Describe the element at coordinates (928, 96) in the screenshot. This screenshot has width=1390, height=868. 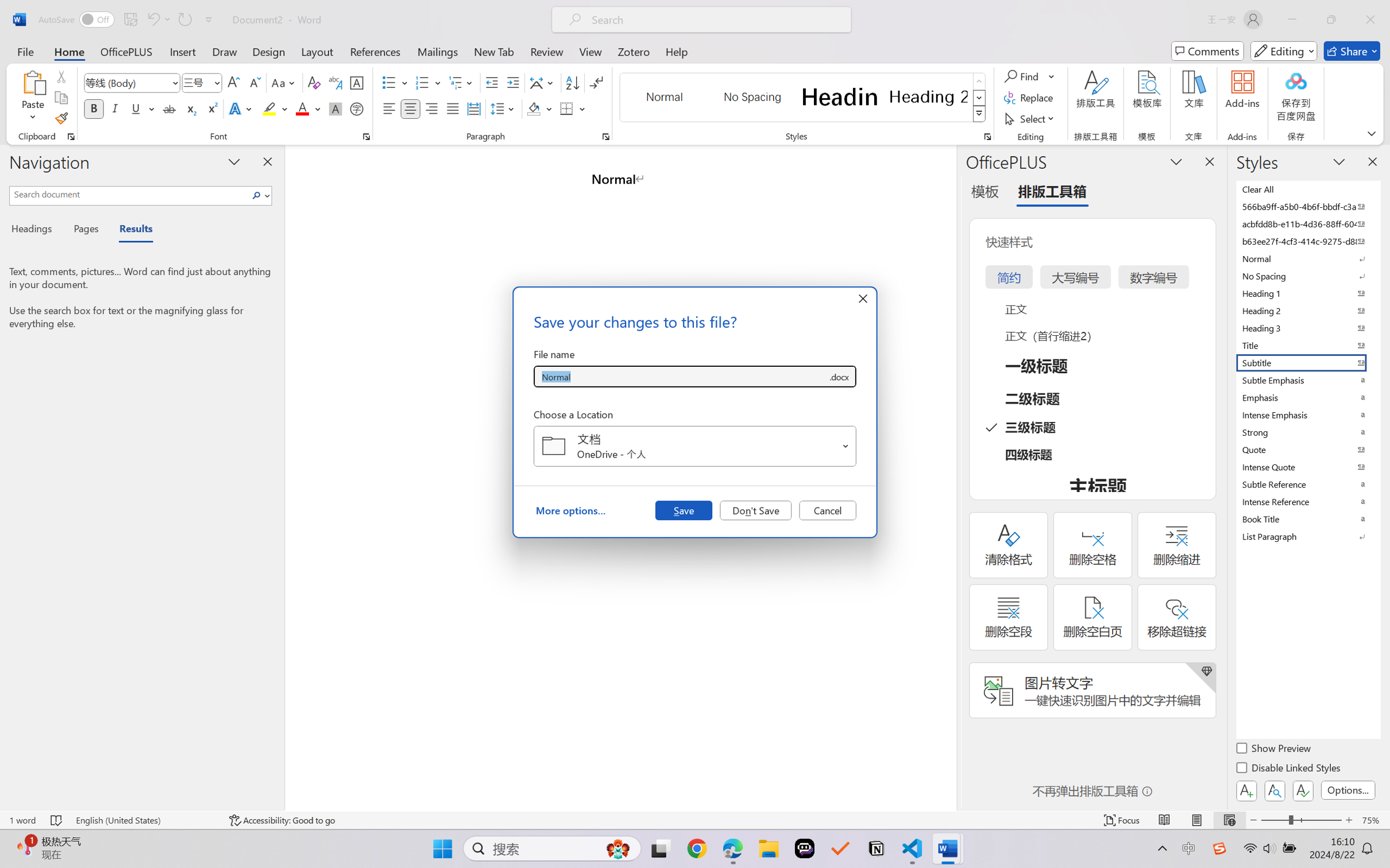
I see `'Heading 2'` at that location.